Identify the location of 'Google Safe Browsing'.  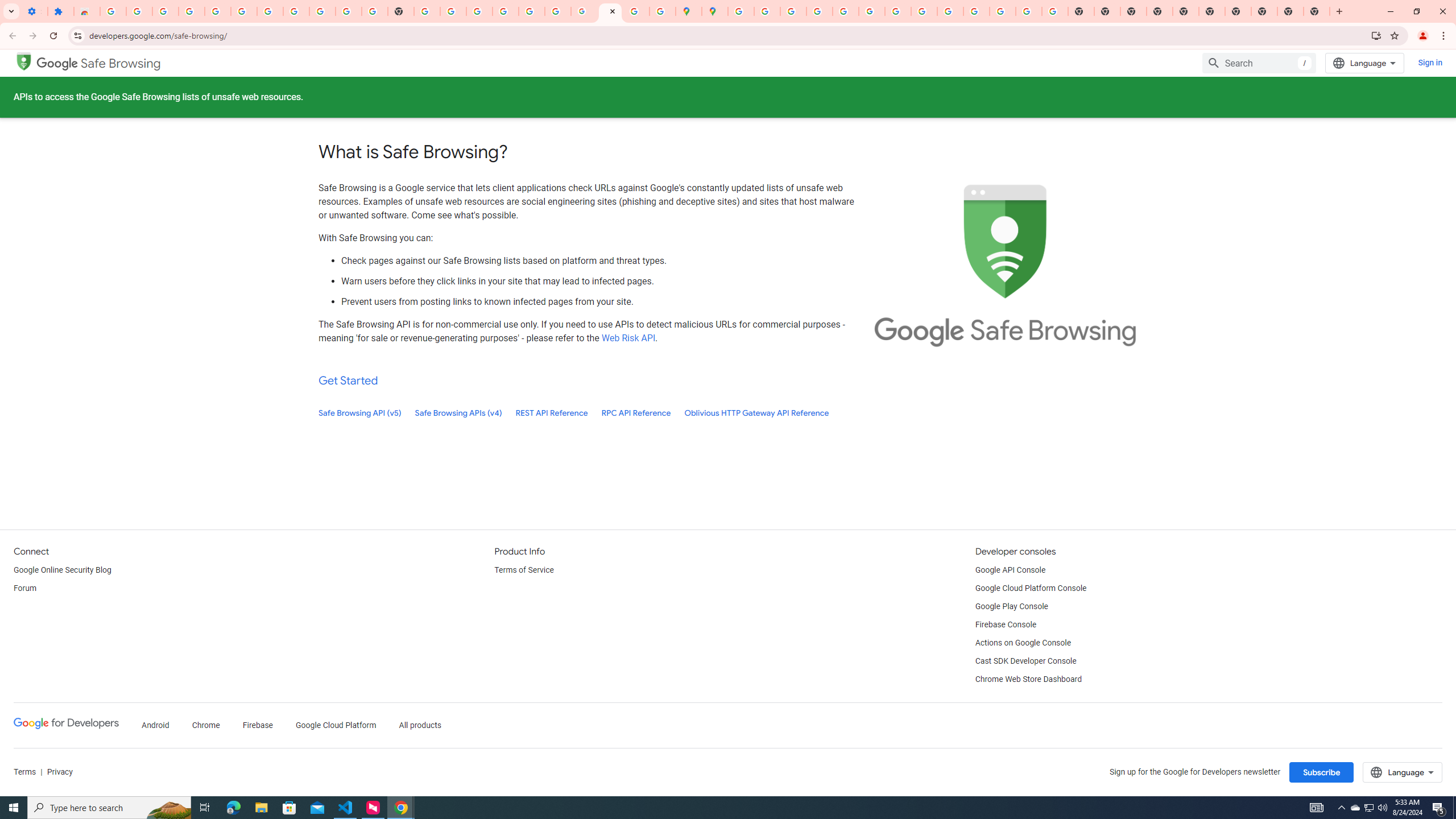
(99, 63).